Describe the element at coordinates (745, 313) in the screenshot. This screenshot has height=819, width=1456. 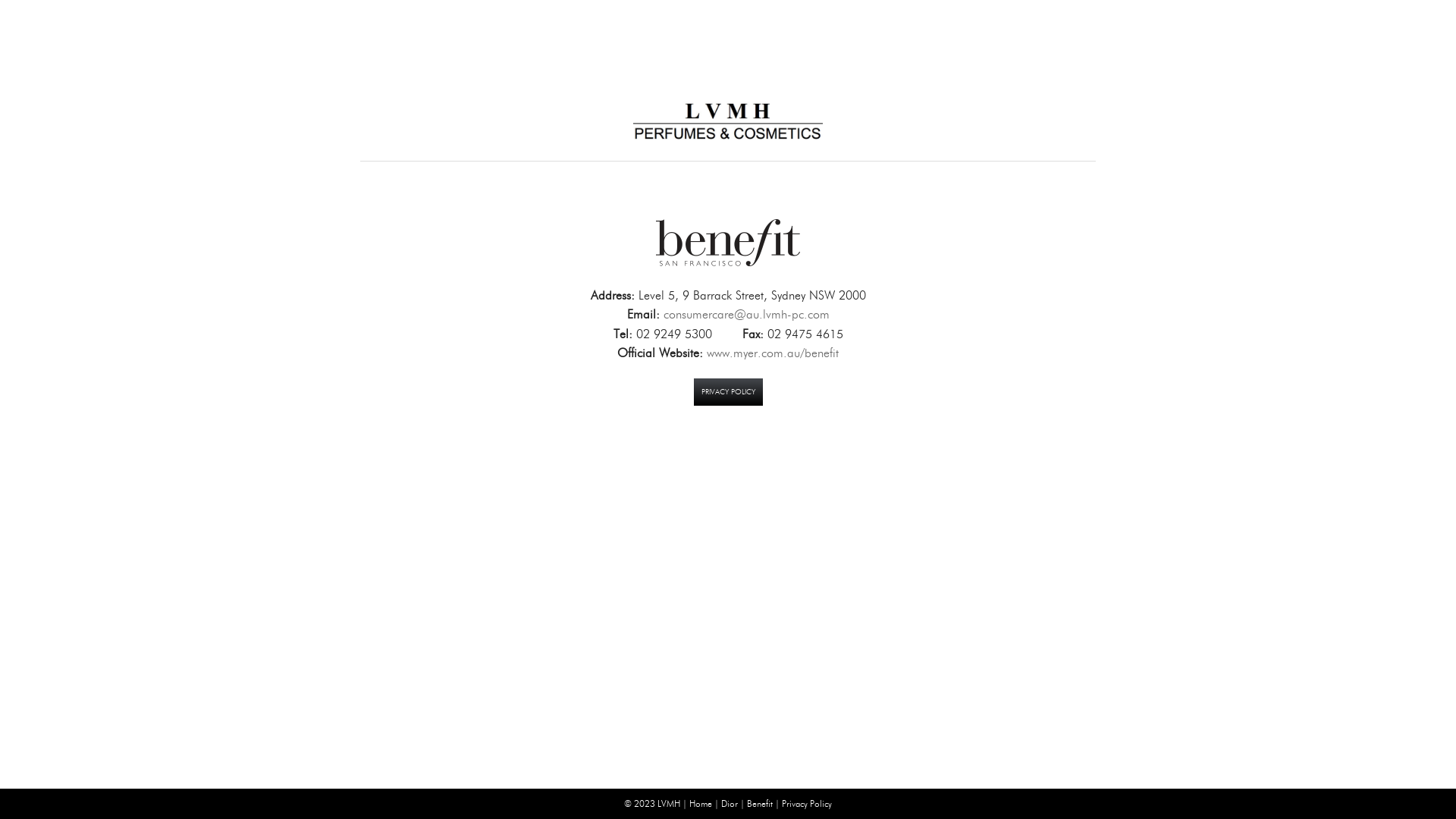
I see `'consumercare@au.lvmh-pc.com'` at that location.